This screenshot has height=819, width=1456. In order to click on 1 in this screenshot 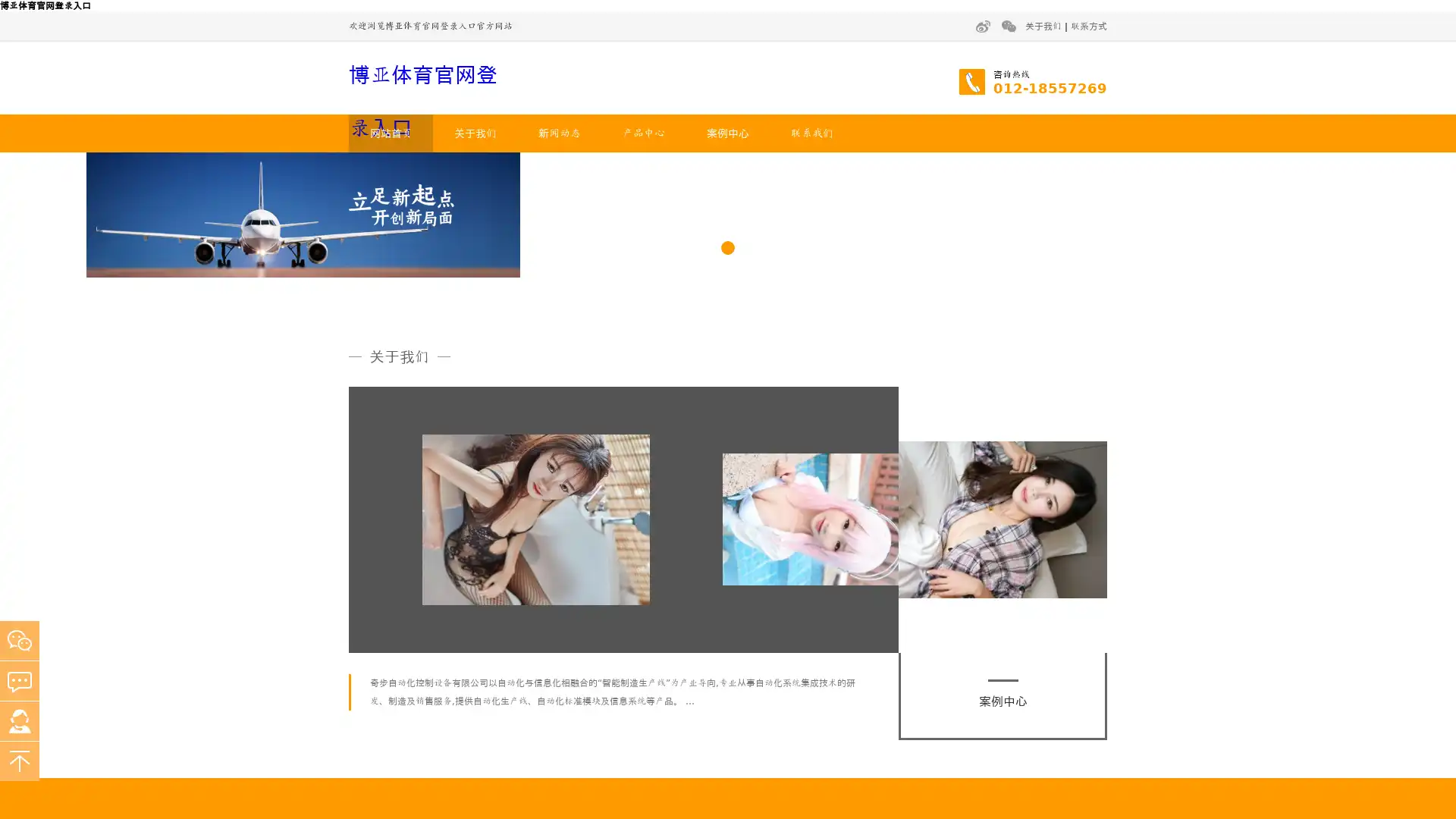, I will do `click(704, 422)`.